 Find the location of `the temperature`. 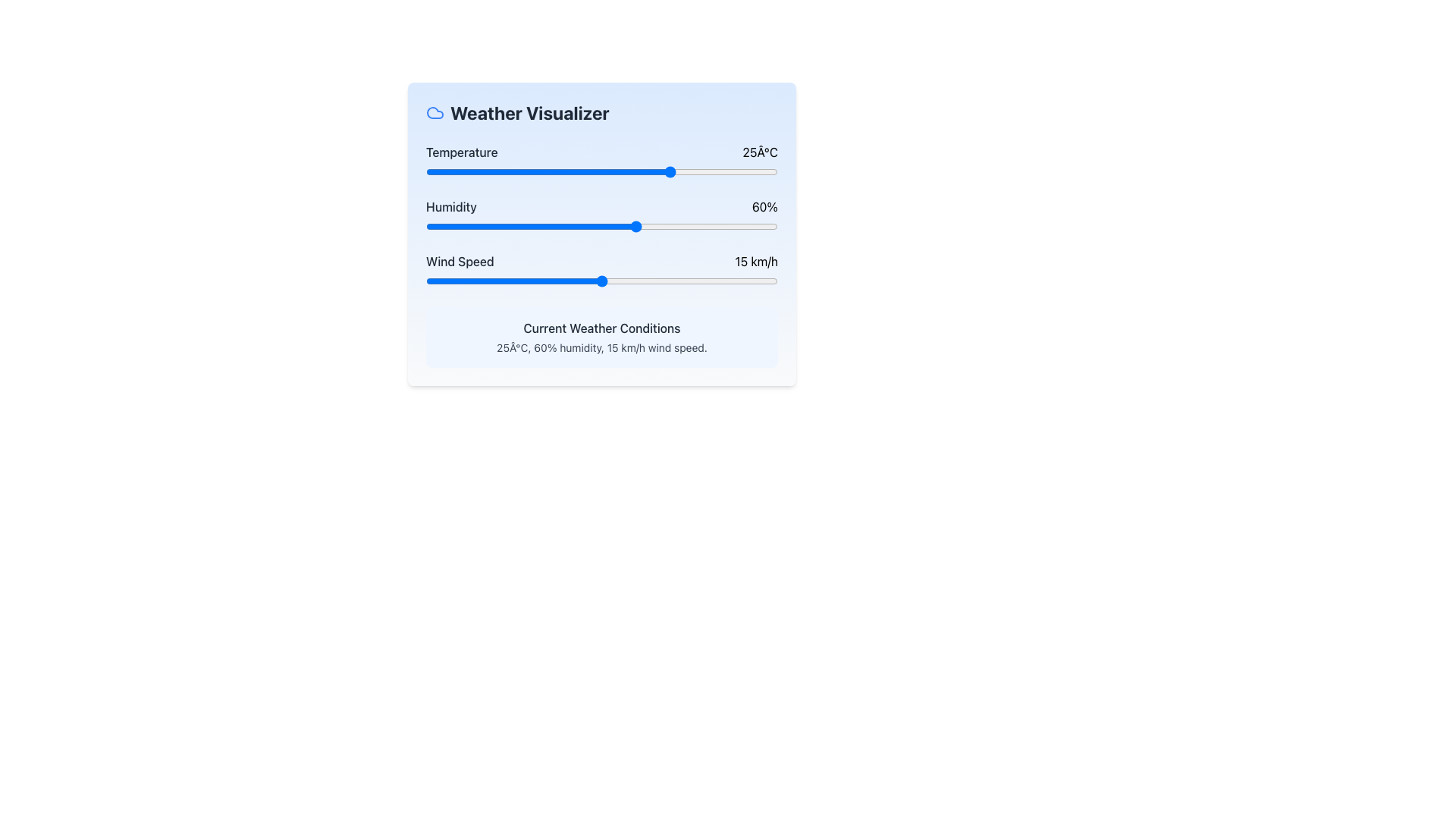

the temperature is located at coordinates (679, 171).